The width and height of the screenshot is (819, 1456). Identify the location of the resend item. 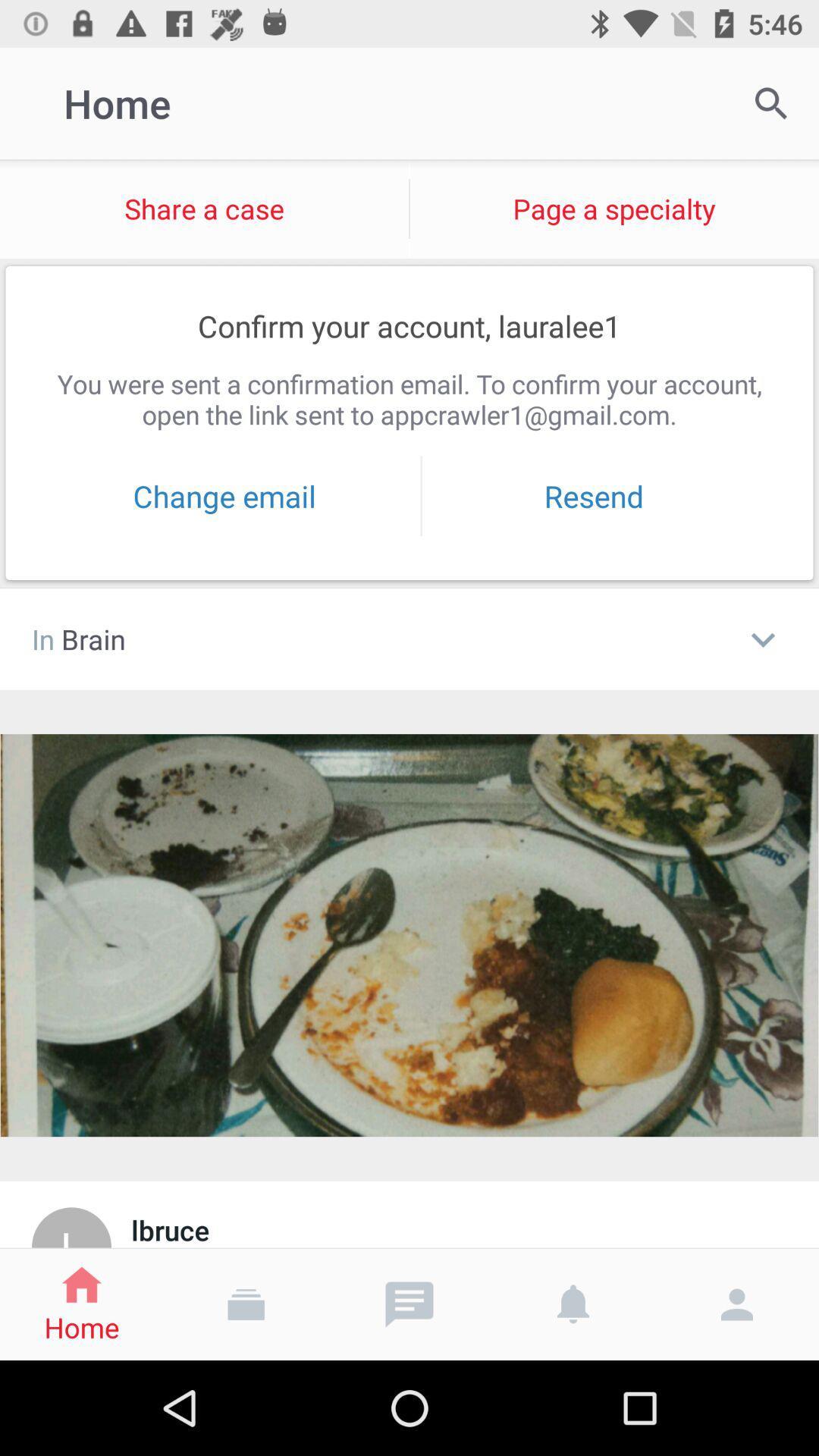
(593, 496).